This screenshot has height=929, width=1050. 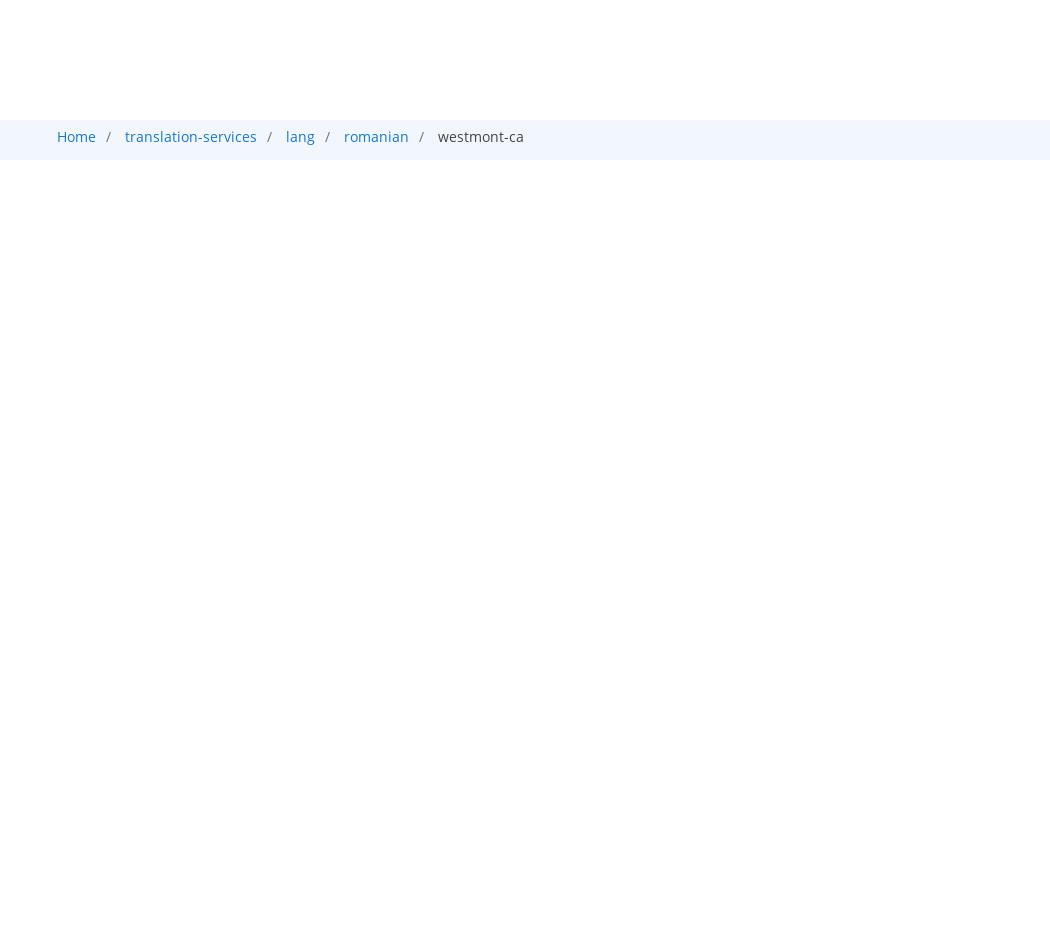 I want to click on 'Typing', so click(x=582, y=247).